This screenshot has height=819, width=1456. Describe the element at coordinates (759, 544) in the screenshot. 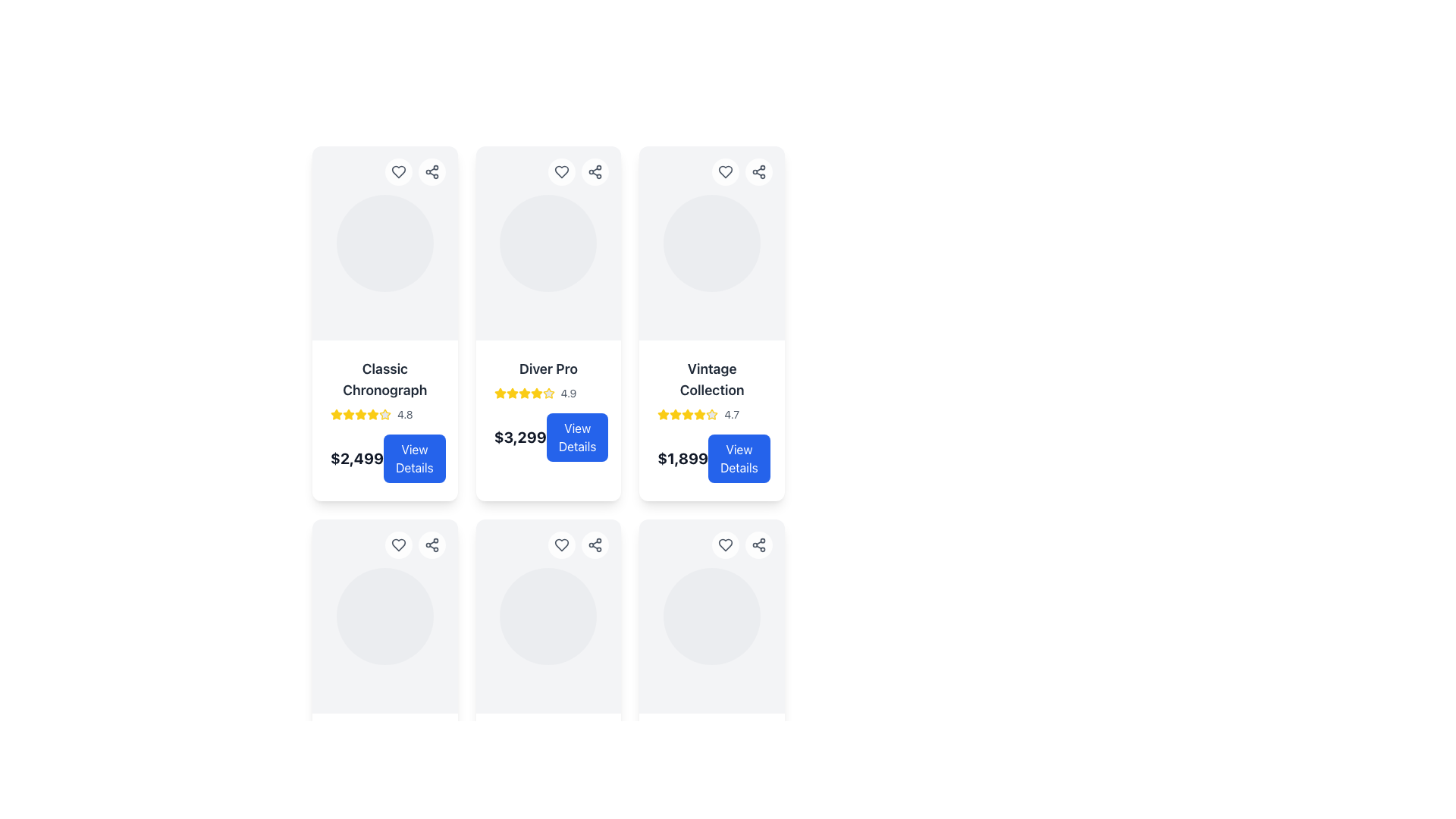

I see `the interactive share icon, which is a triangular shape formed by three connected circles and lines, located at the top-right corner of the second column in the grid layout above the 'Diver Pro' product card` at that location.